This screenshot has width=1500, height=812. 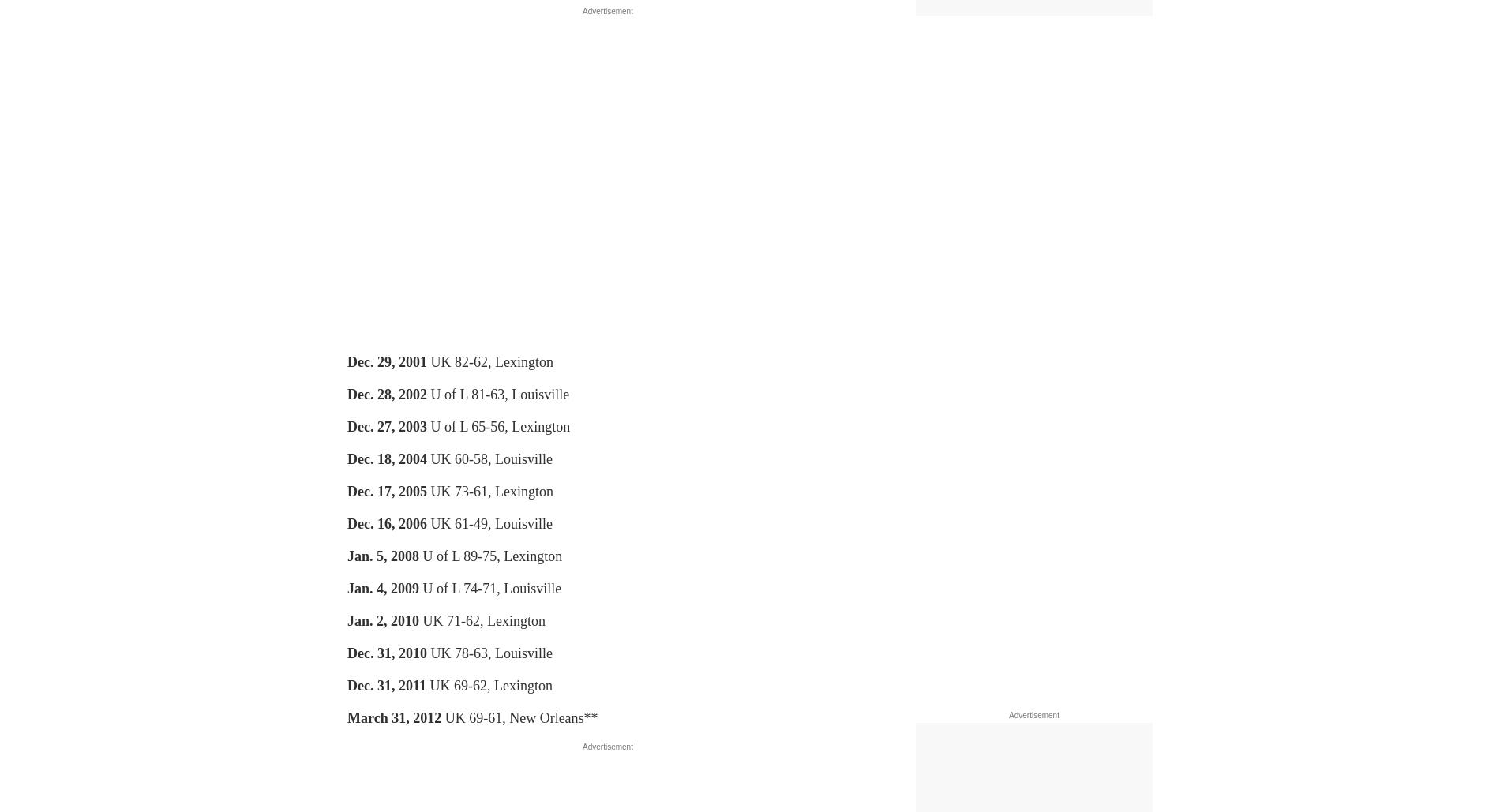 What do you see at coordinates (383, 555) in the screenshot?
I see `'Jan. 5, 2008'` at bounding box center [383, 555].